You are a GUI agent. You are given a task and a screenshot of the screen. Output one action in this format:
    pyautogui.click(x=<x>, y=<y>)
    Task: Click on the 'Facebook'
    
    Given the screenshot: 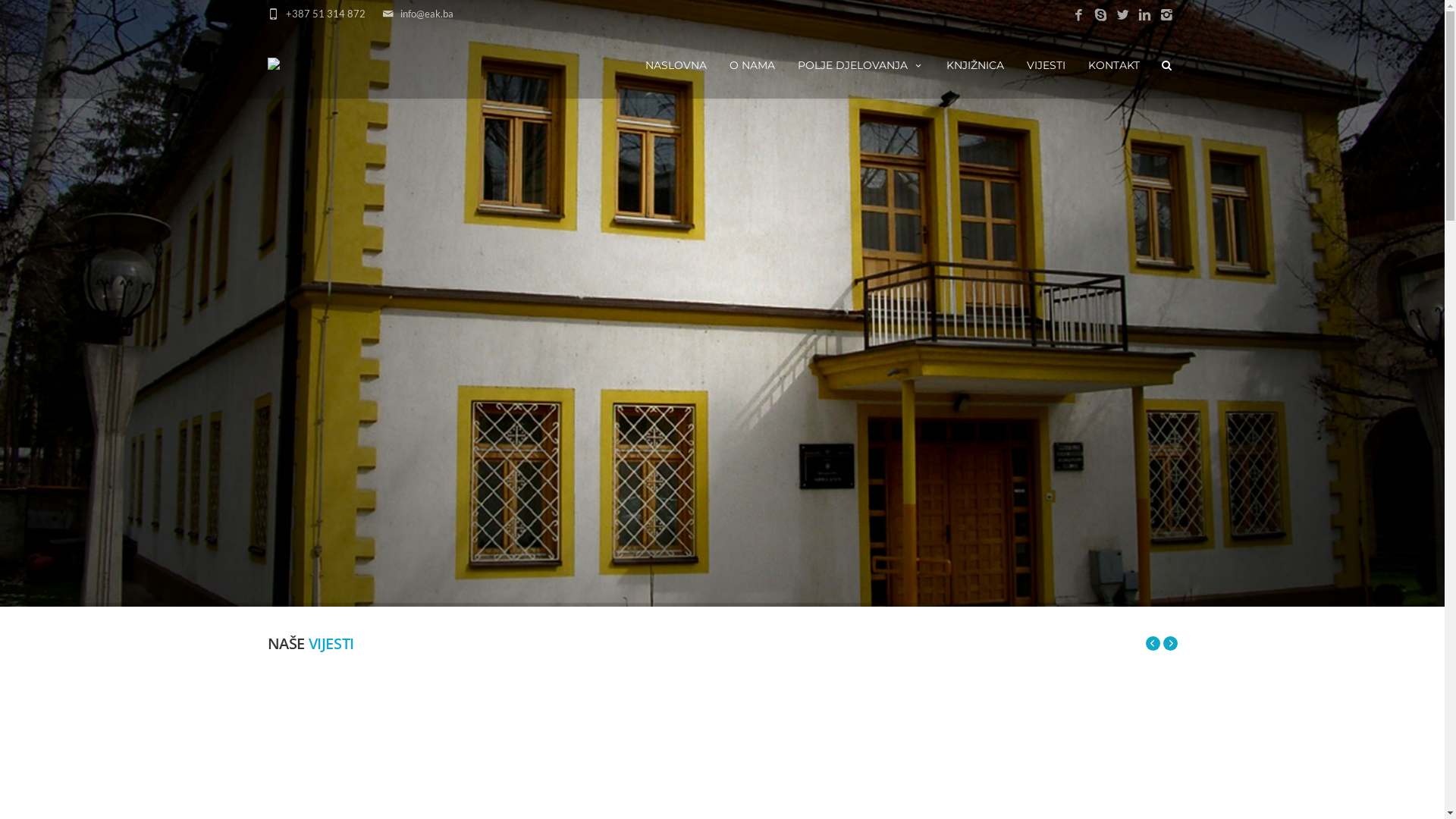 What is the action you would take?
    pyautogui.click(x=1029, y=791)
    